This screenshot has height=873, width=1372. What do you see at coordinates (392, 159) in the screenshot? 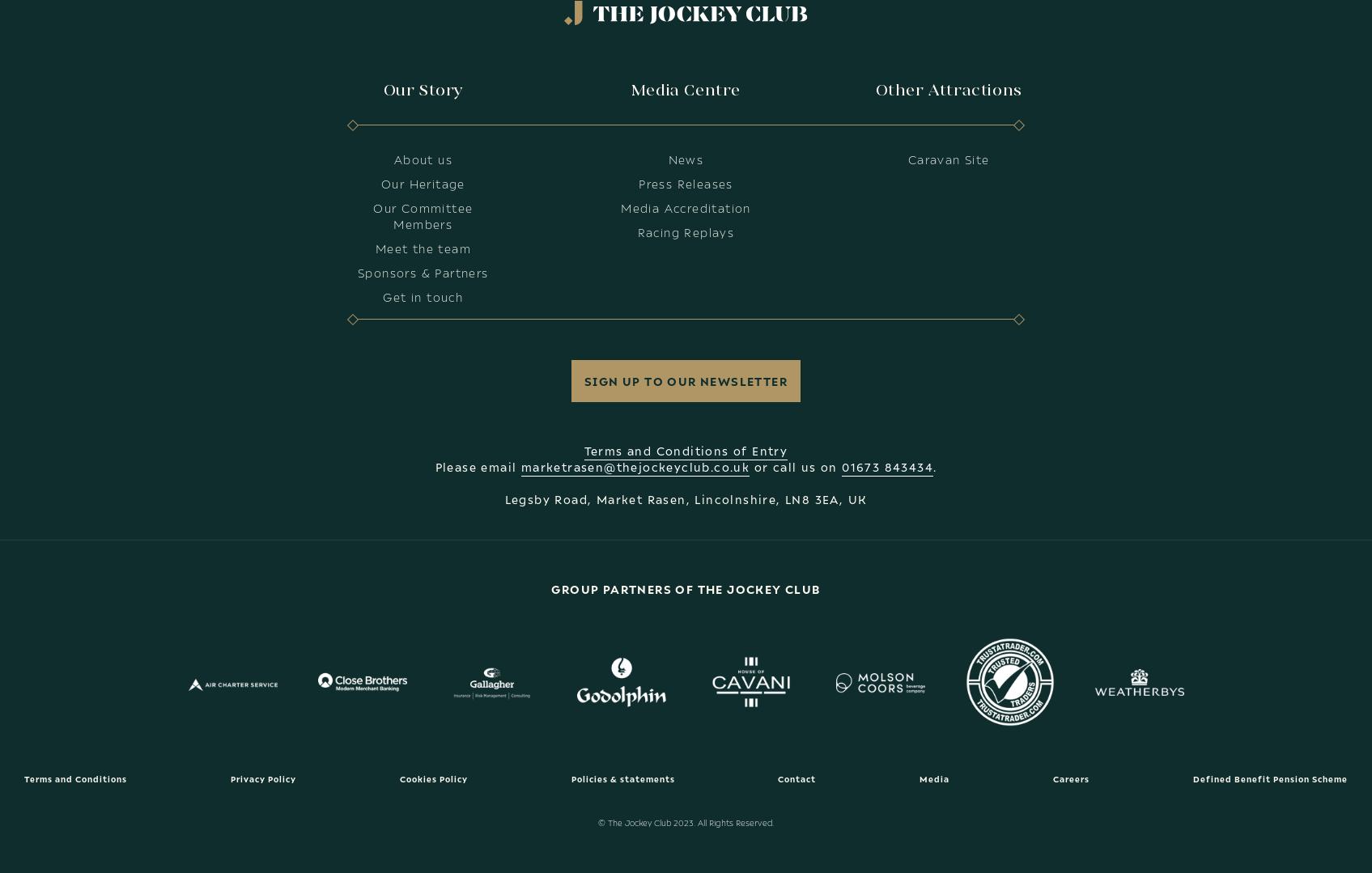
I see `'About us'` at bounding box center [392, 159].